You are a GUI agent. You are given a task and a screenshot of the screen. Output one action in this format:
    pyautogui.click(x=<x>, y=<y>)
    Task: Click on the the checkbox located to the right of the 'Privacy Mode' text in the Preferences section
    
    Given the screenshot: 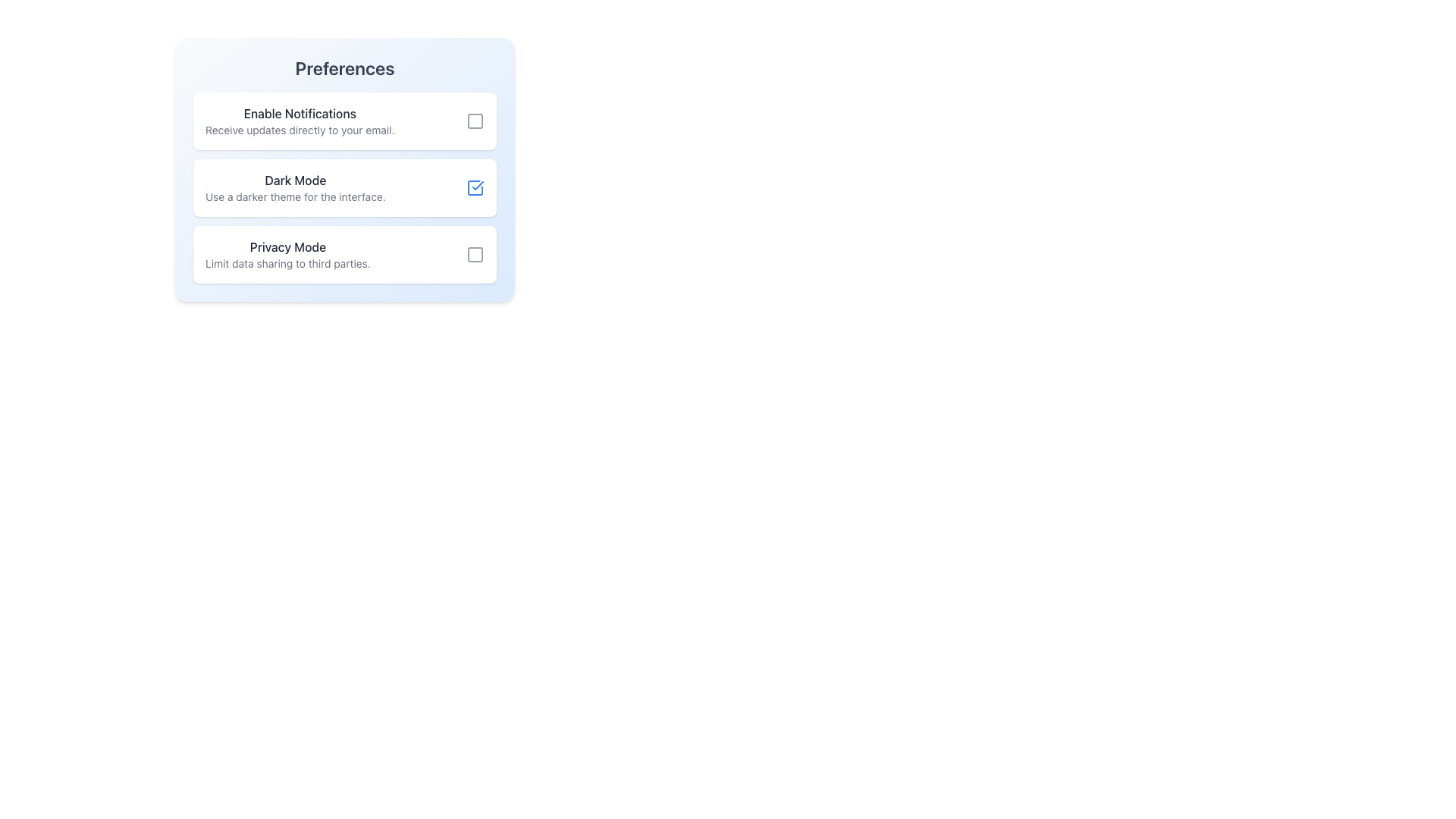 What is the action you would take?
    pyautogui.click(x=475, y=253)
    